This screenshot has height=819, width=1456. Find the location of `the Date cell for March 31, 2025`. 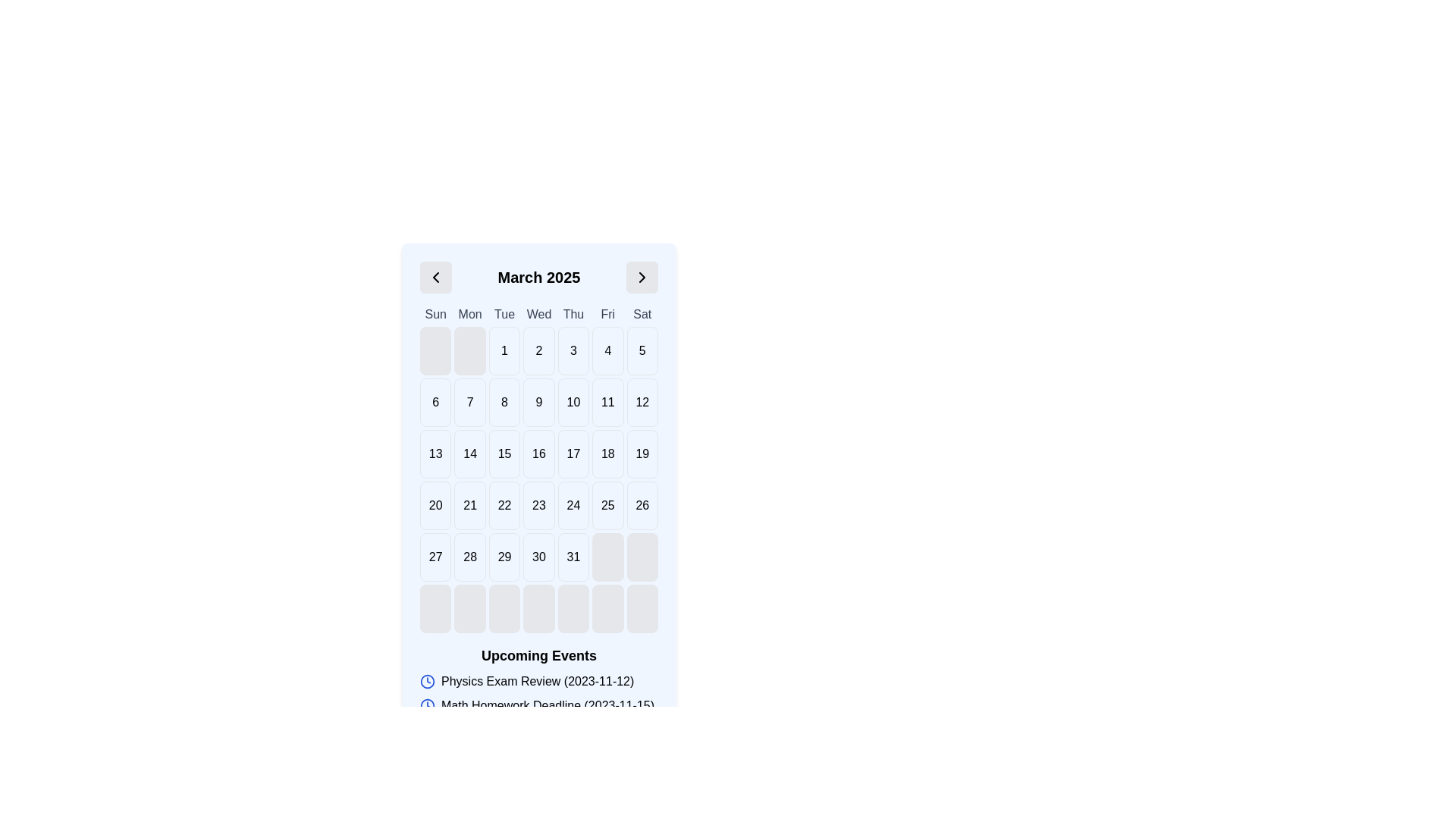

the Date cell for March 31, 2025 is located at coordinates (573, 557).